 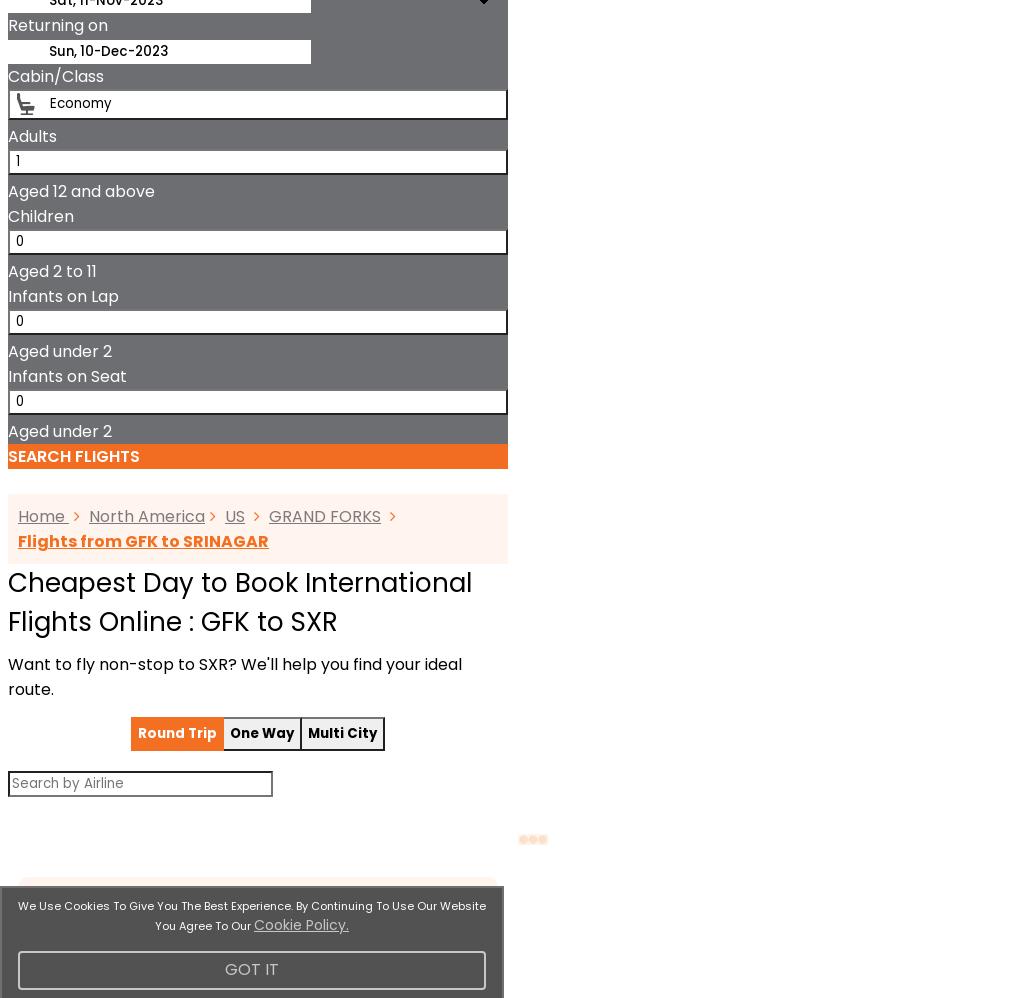 What do you see at coordinates (148, 24) in the screenshot?
I see `'Book flights from GFK to SXR at 04:45 AM with'` at bounding box center [148, 24].